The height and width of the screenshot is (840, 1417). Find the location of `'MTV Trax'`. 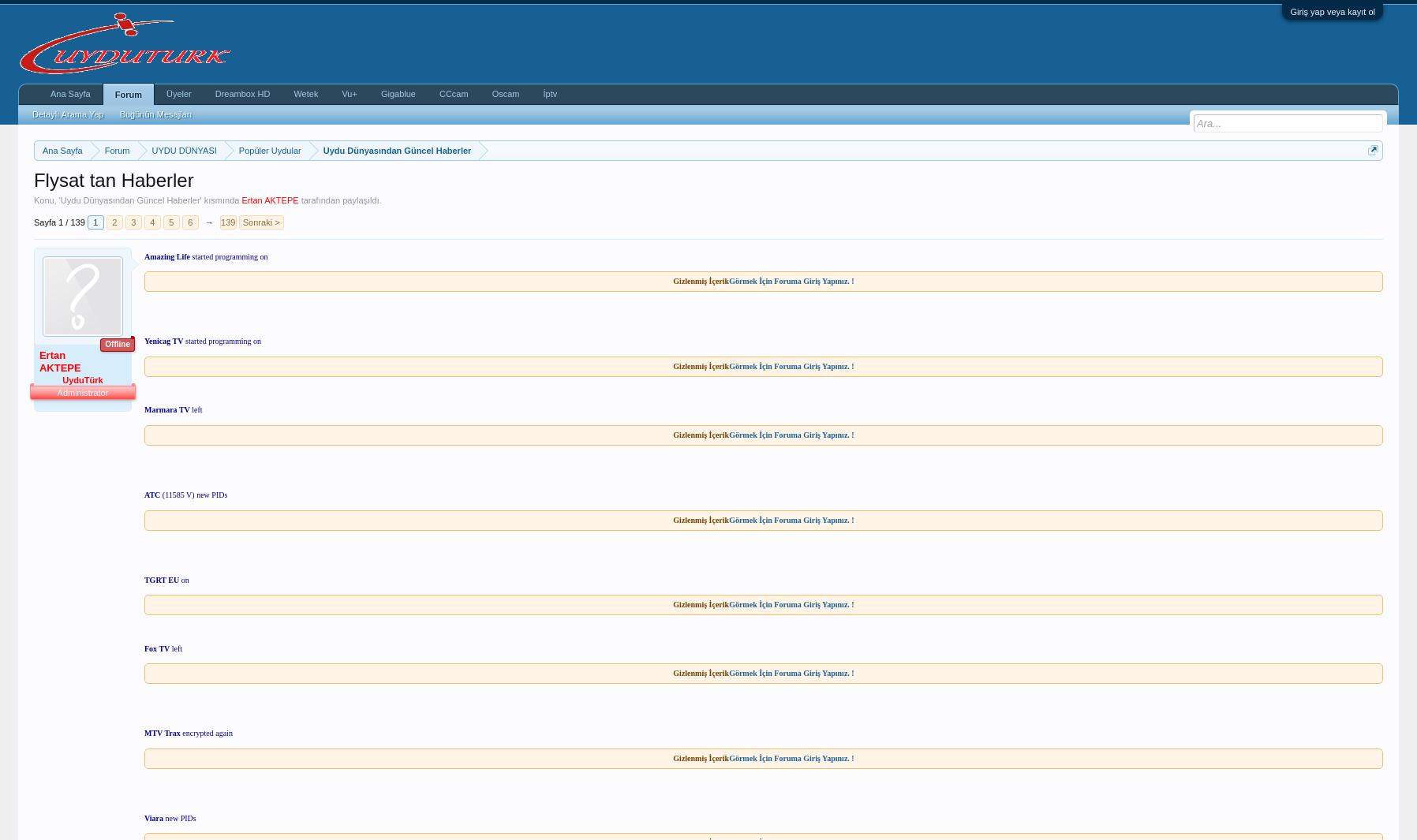

'MTV Trax' is located at coordinates (160, 733).